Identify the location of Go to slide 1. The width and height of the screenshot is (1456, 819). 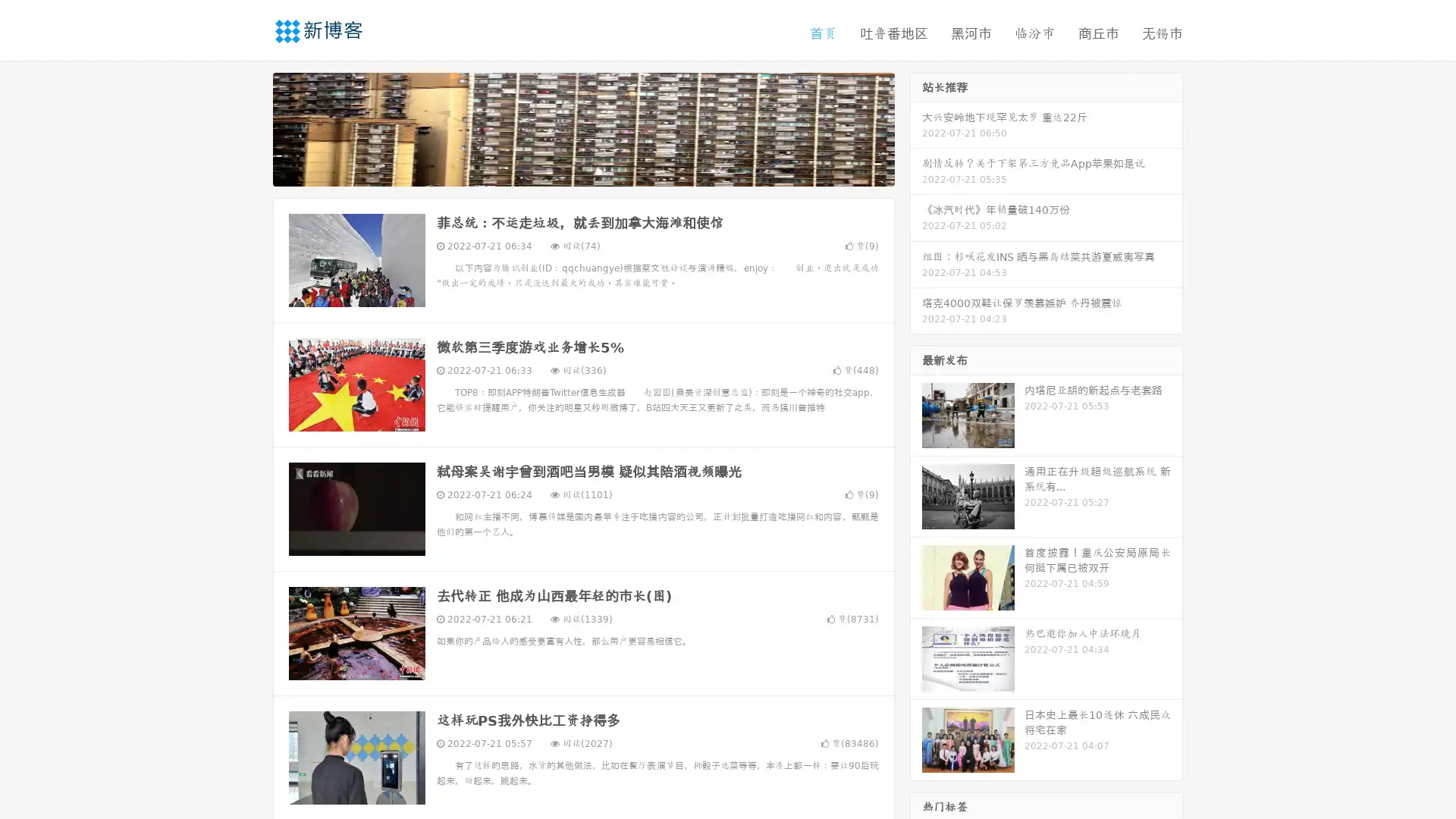
(567, 171).